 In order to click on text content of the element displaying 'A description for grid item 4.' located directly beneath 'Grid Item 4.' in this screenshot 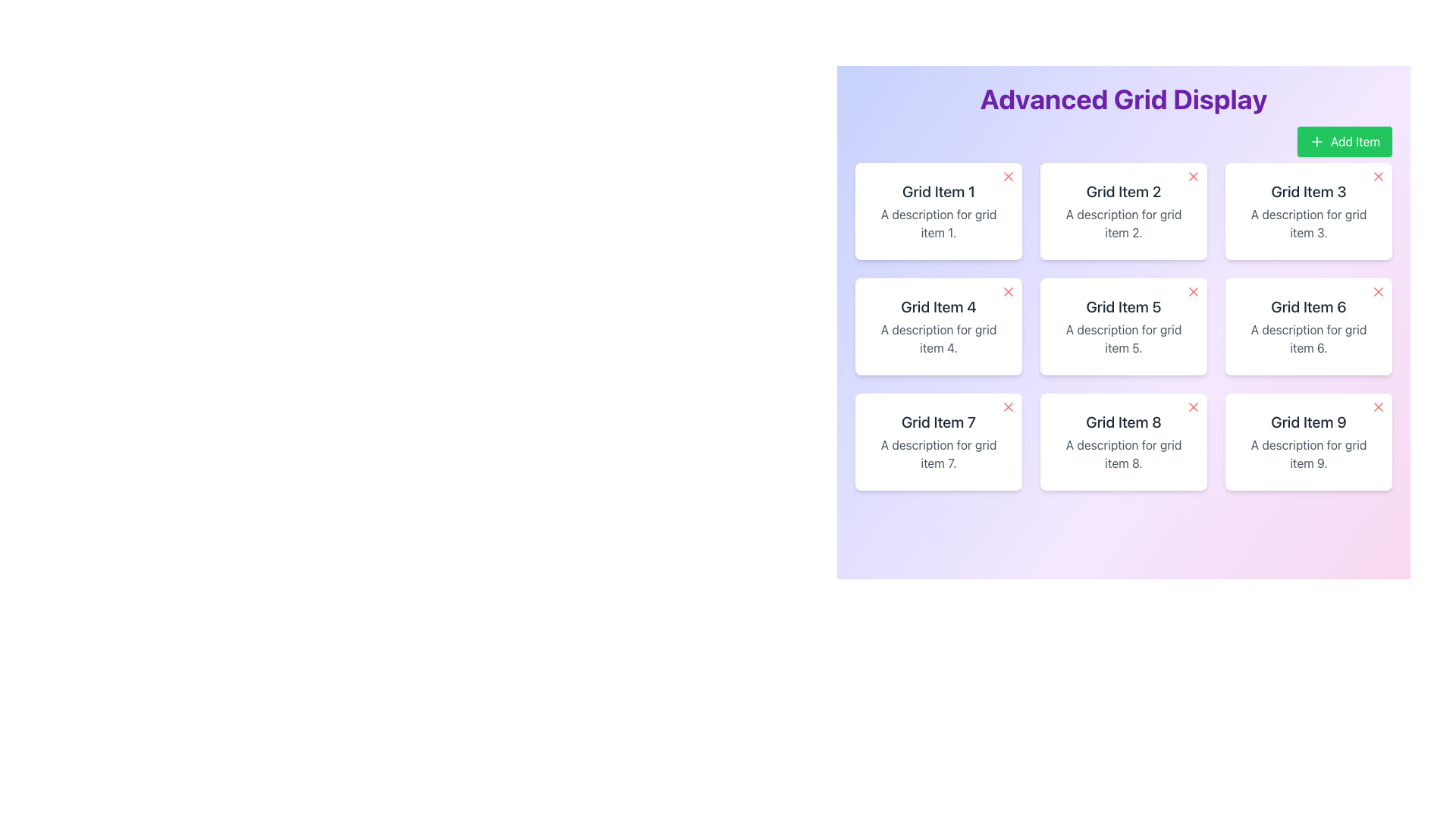, I will do `click(938, 338)`.